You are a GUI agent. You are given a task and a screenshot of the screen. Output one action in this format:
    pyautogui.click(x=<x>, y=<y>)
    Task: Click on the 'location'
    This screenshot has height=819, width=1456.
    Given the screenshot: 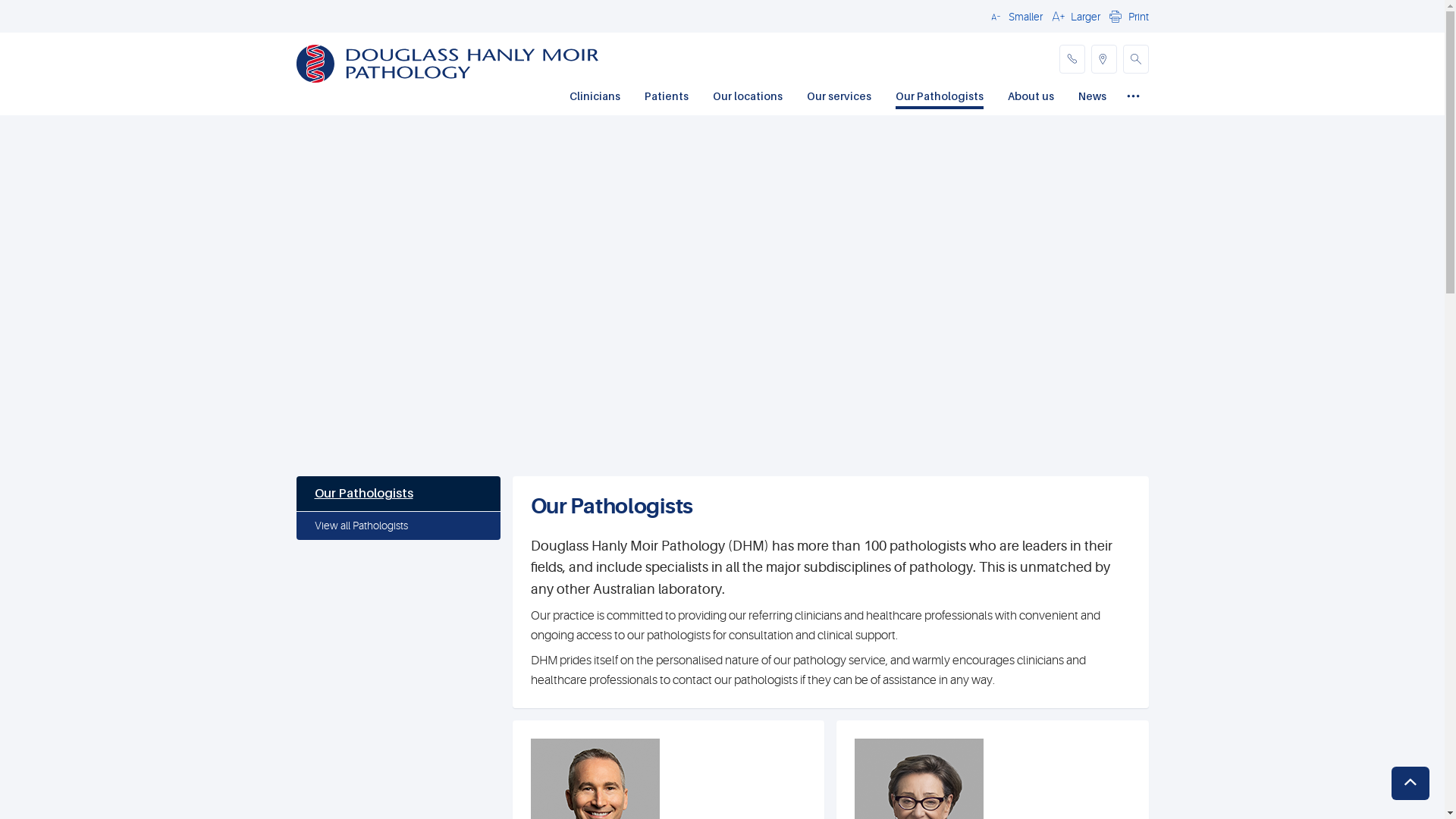 What is the action you would take?
    pyautogui.click(x=1103, y=58)
    